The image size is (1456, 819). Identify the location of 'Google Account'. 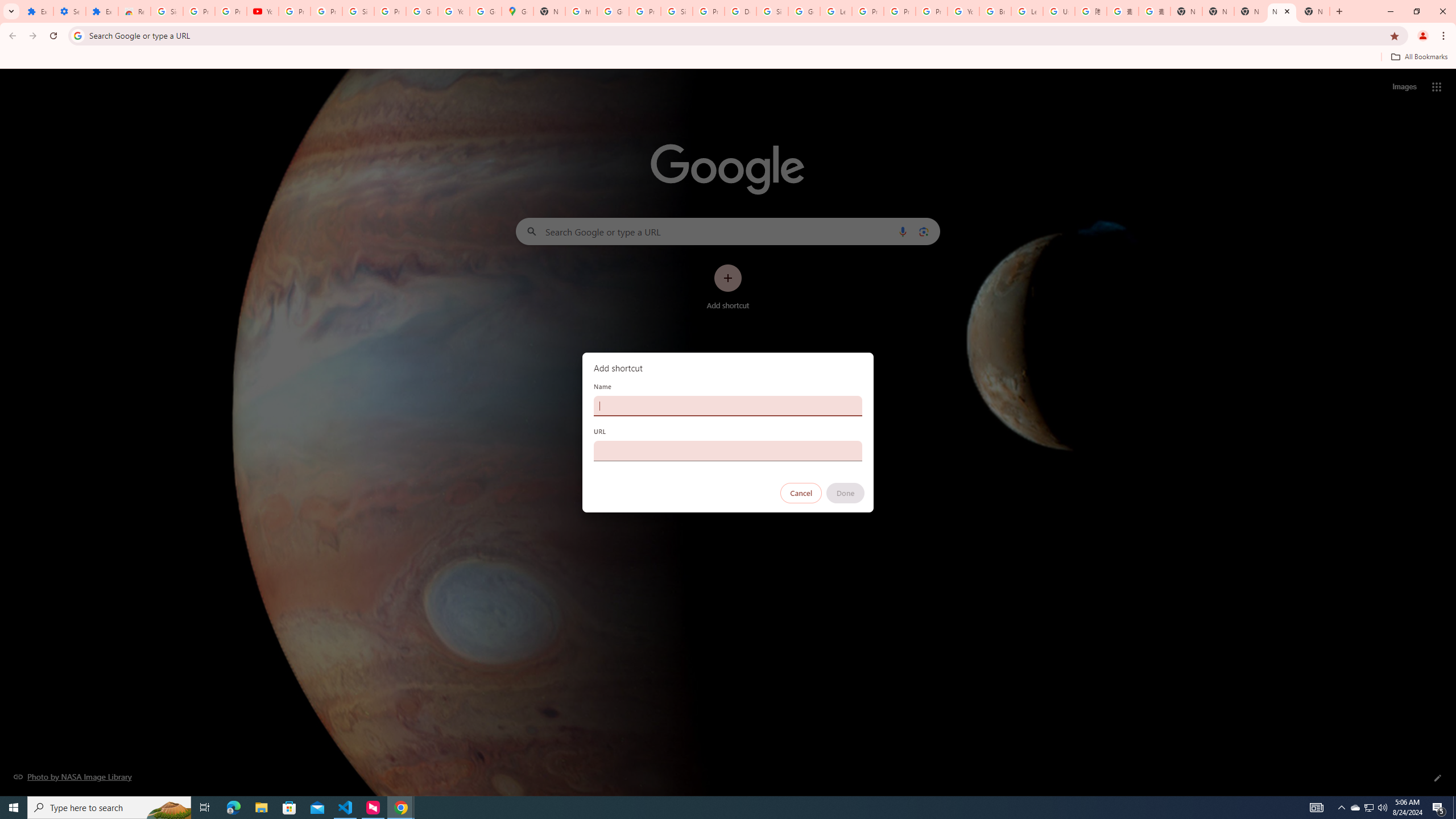
(421, 11).